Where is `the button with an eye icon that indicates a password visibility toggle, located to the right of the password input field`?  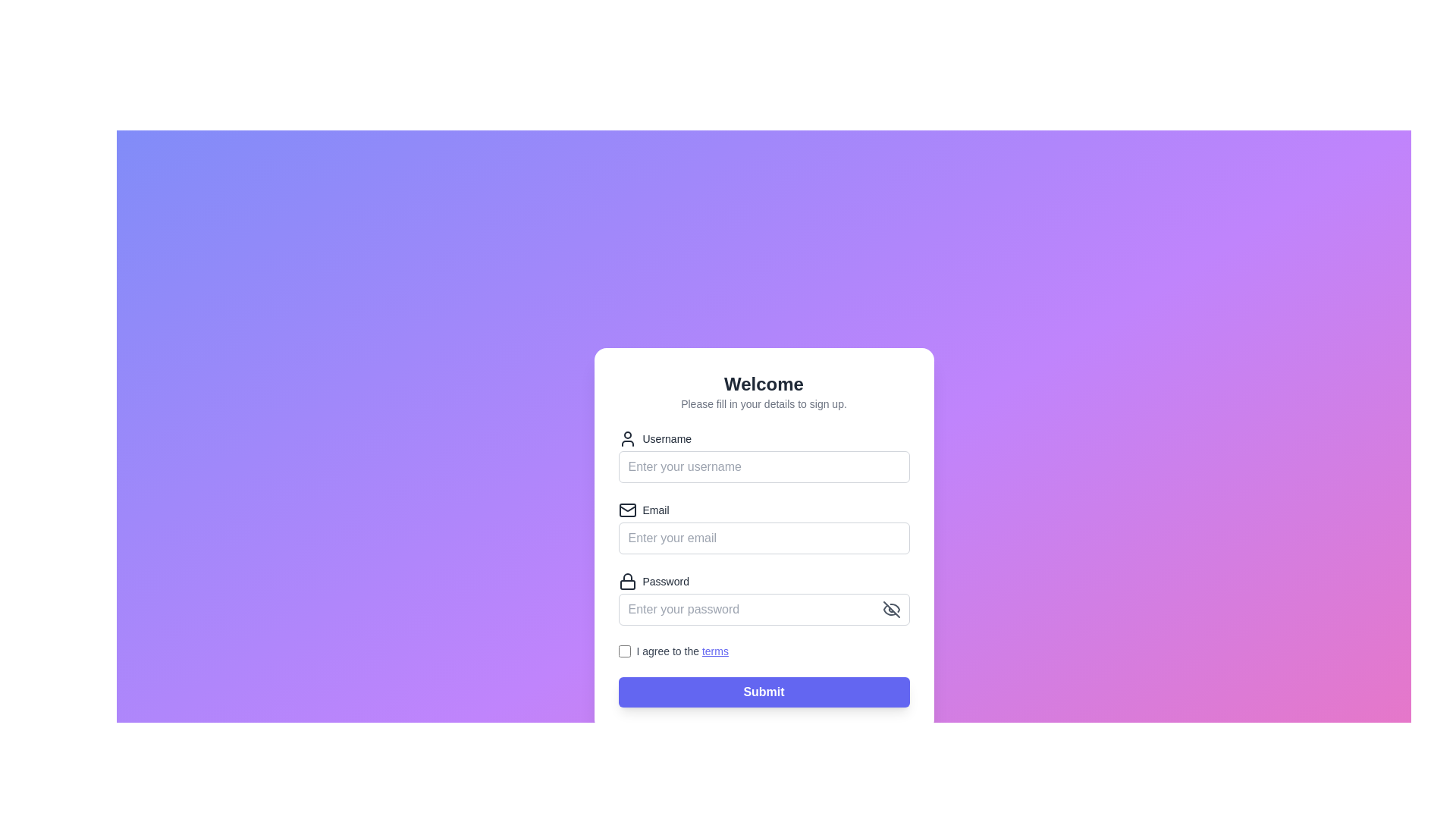 the button with an eye icon that indicates a password visibility toggle, located to the right of the password input field is located at coordinates (891, 608).